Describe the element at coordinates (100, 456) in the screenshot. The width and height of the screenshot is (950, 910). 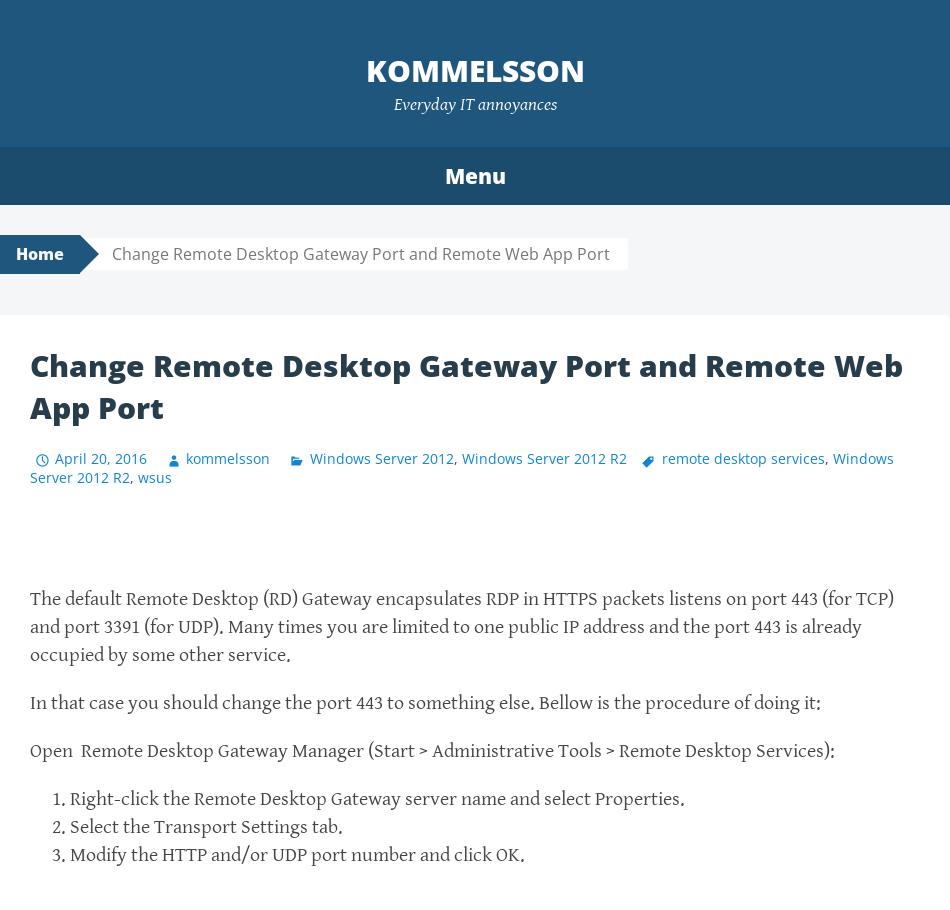
I see `'April 20, 2016'` at that location.